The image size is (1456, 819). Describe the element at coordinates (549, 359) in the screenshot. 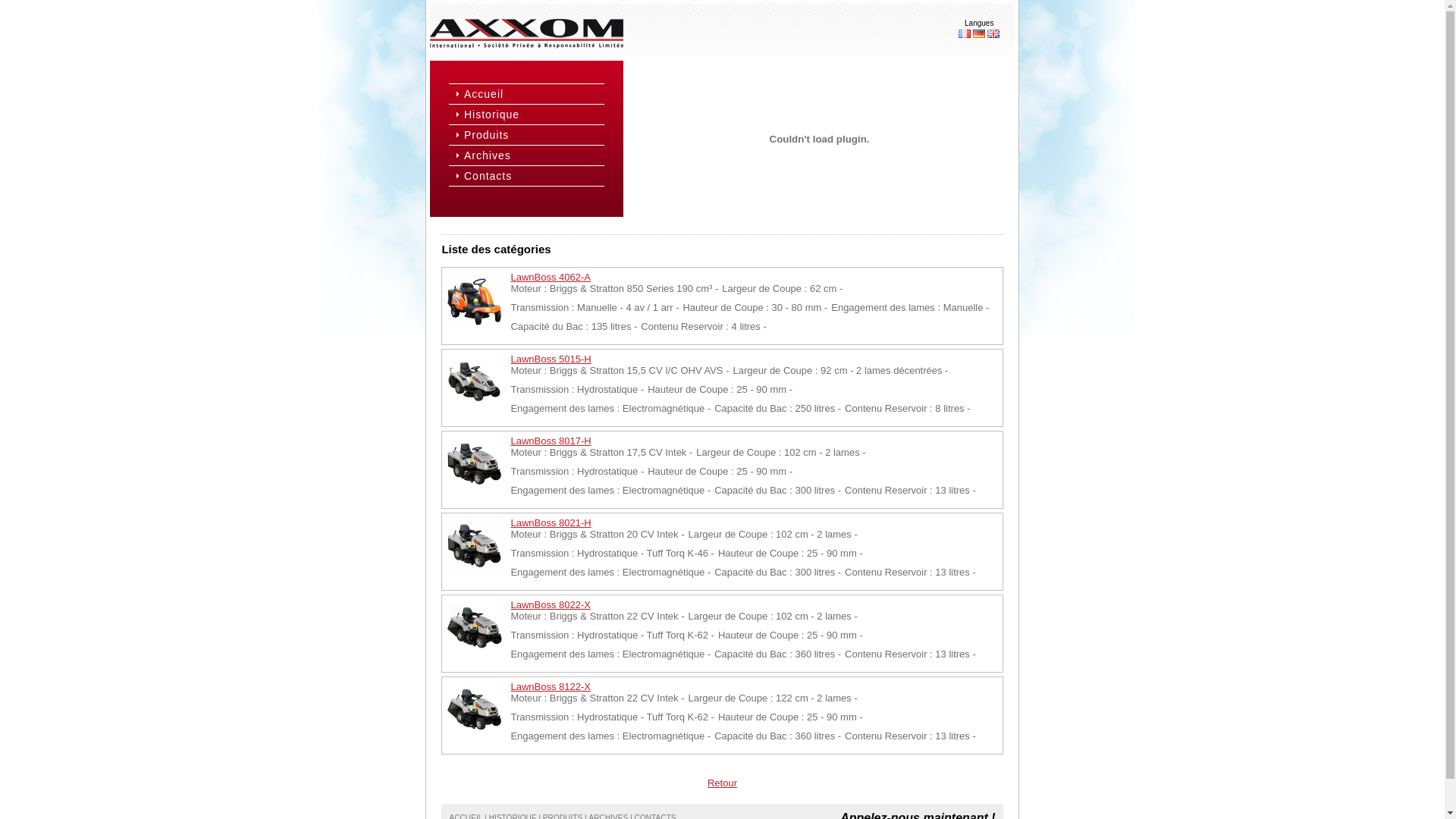

I see `'LawnBoss 5015-H'` at that location.